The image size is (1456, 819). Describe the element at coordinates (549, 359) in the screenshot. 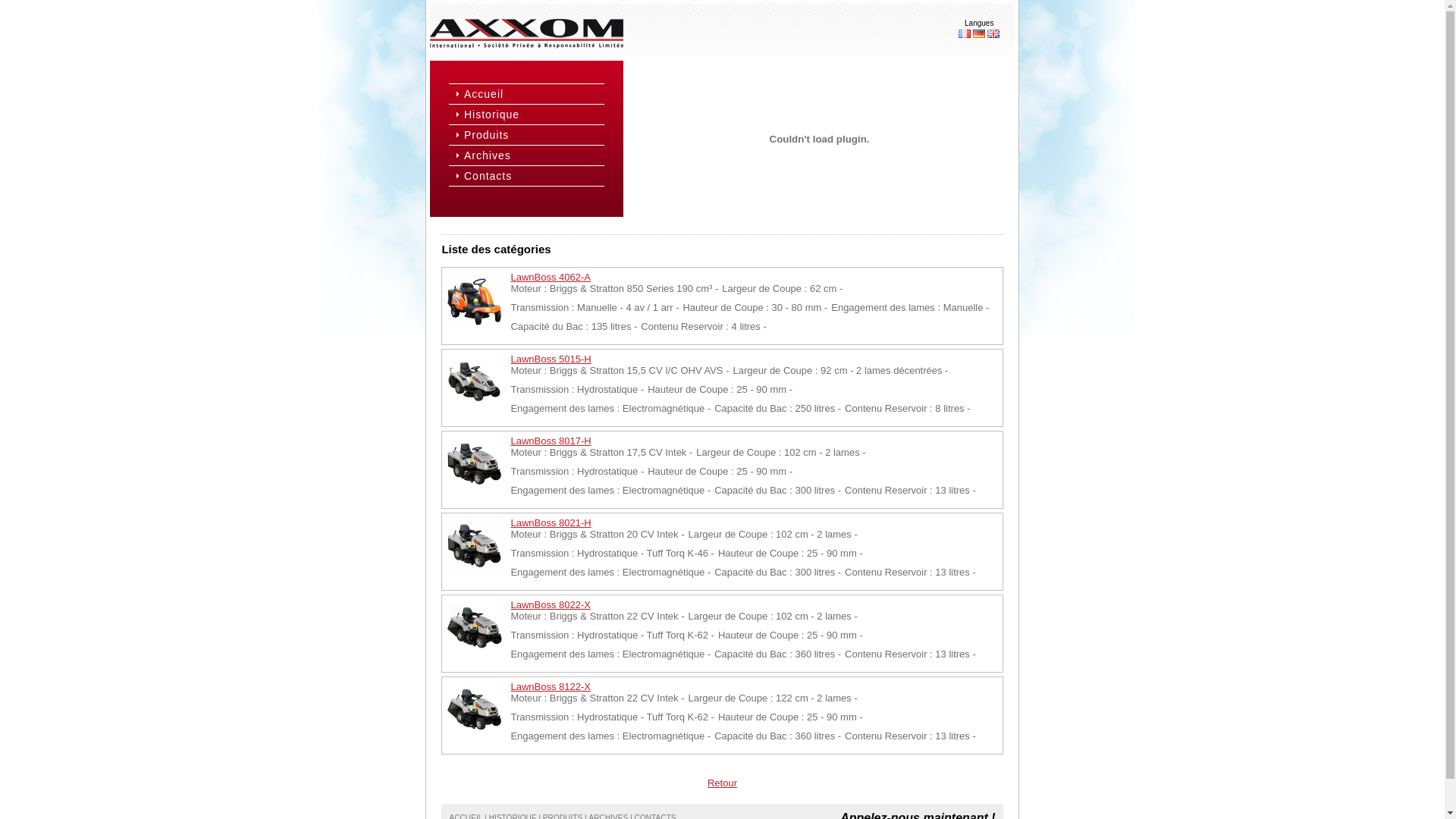

I see `'LawnBoss 5015-H'` at that location.